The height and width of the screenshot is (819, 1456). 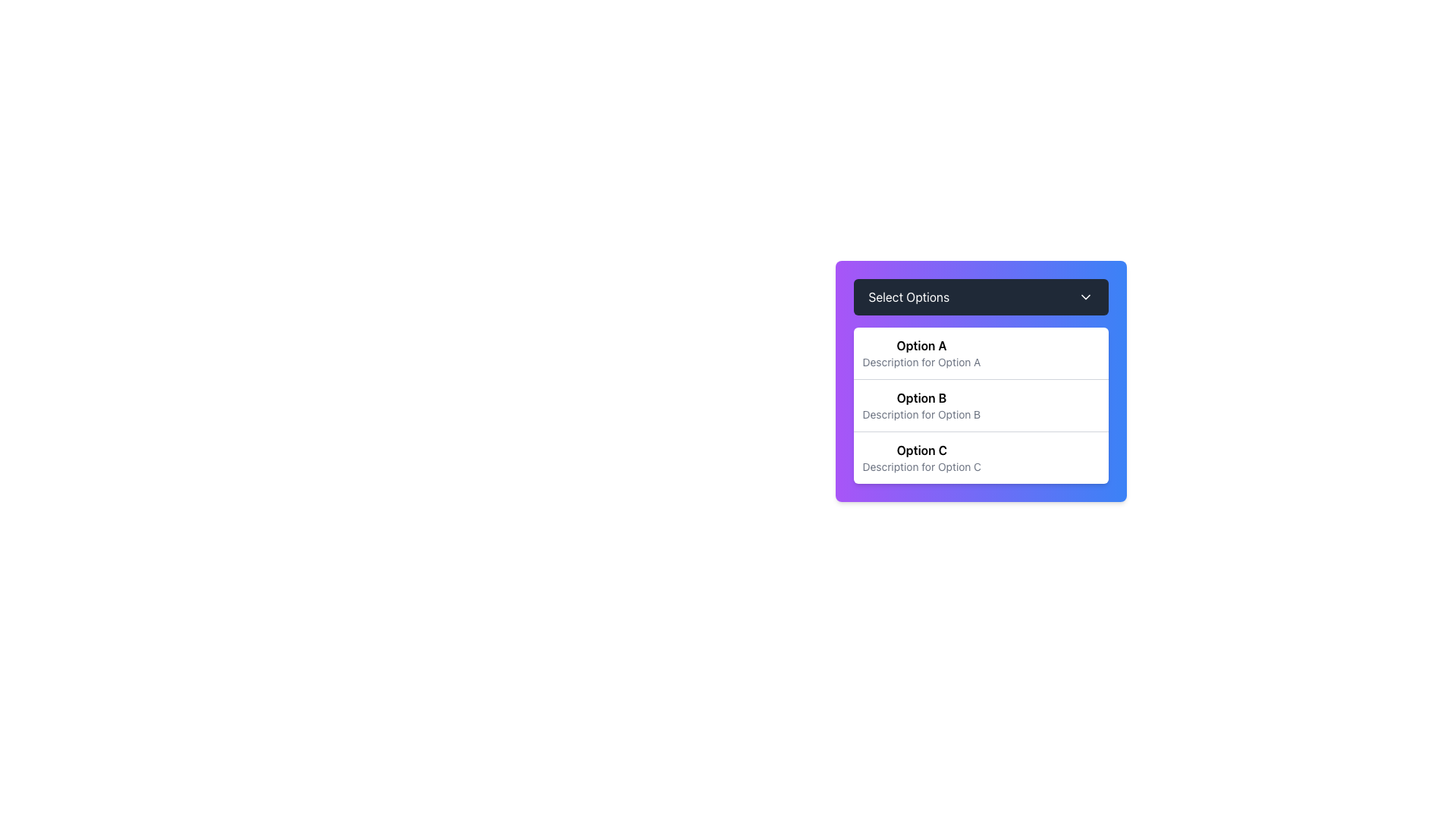 What do you see at coordinates (908, 297) in the screenshot?
I see `the text label reading 'Select Options' which is styled with a white font color on a dark background, located on the left side of the dropdown interface` at bounding box center [908, 297].